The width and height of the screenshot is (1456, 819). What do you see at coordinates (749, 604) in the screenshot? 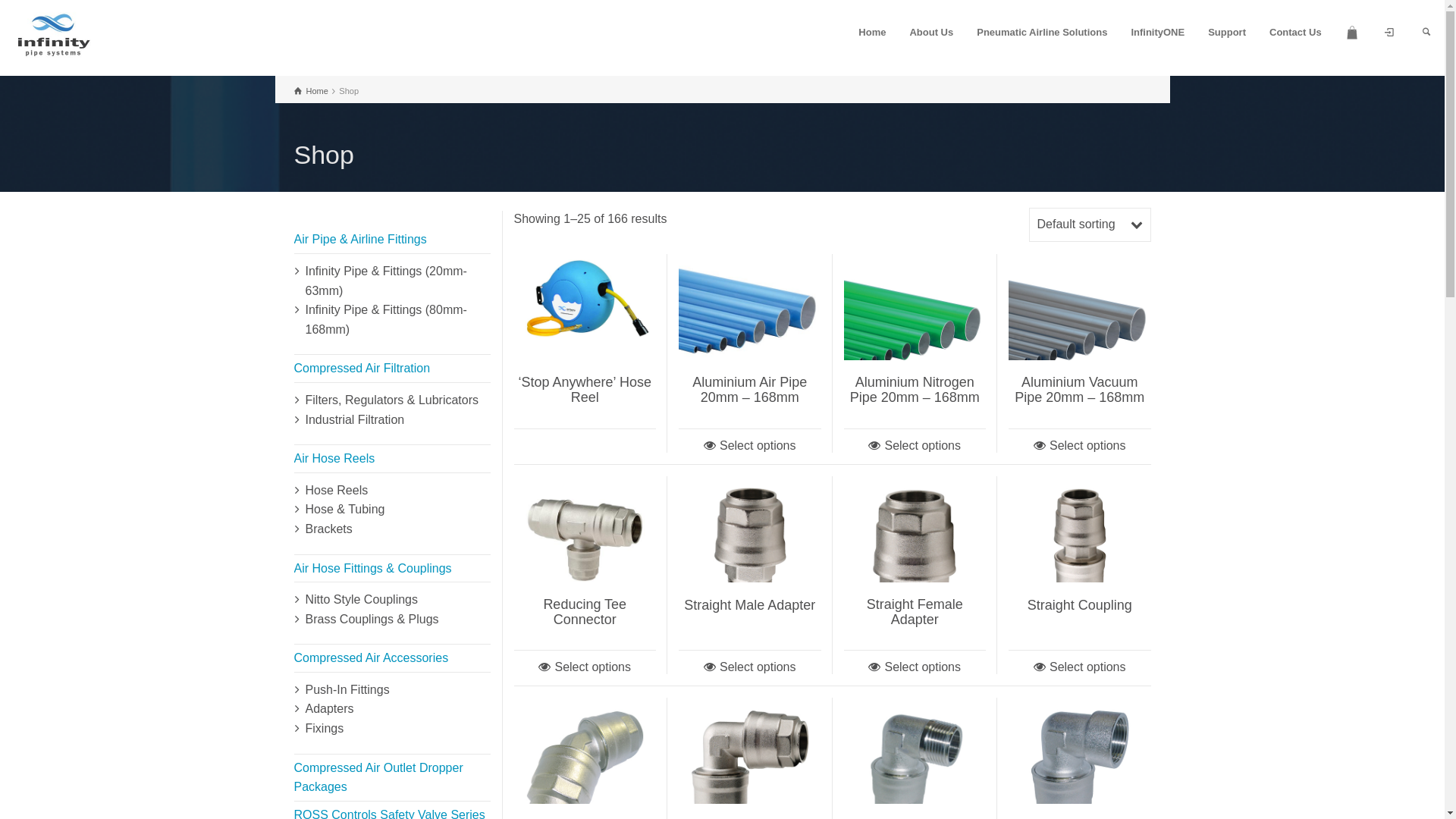
I see `'Straight Male Adapter'` at bounding box center [749, 604].